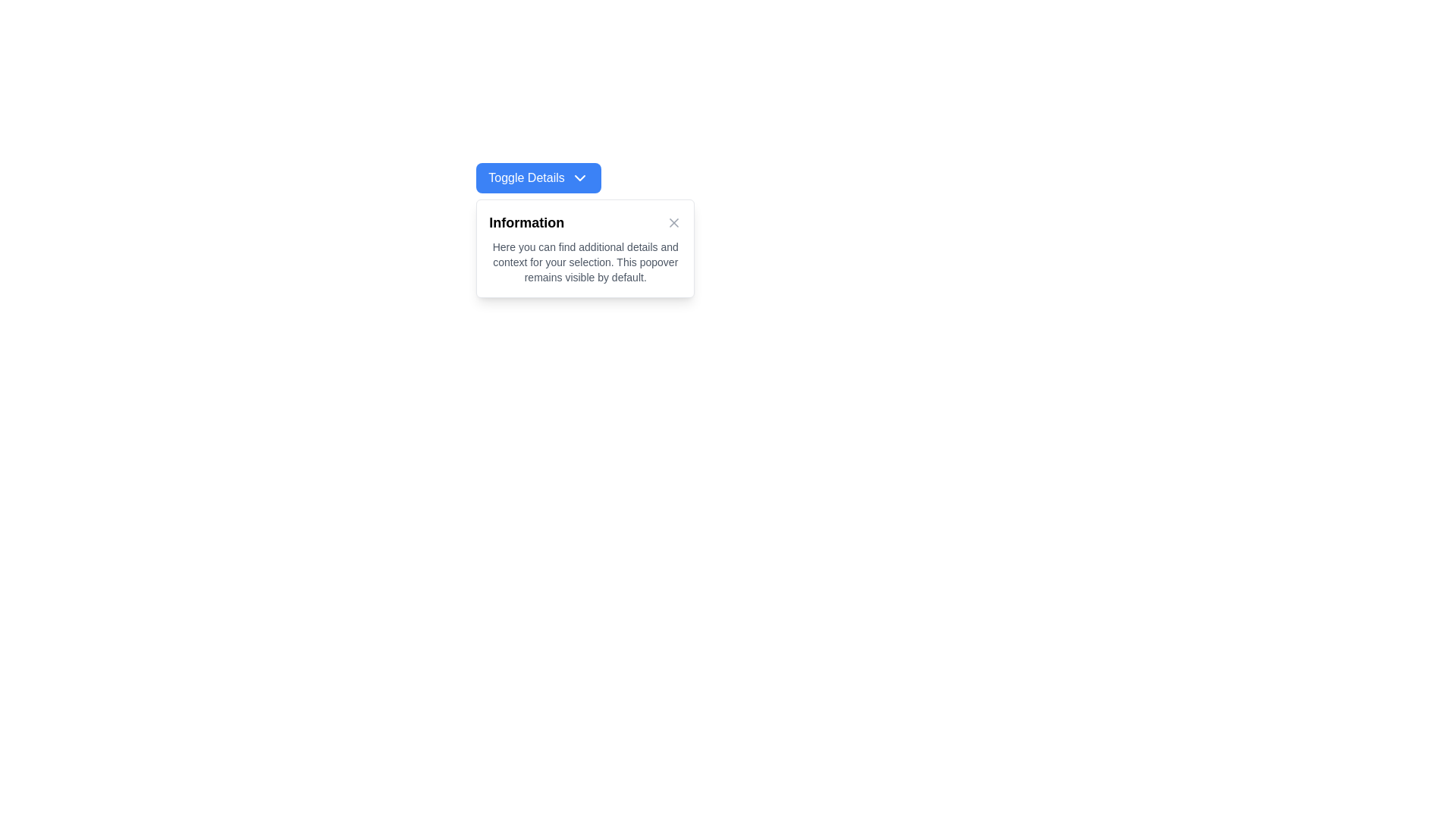 This screenshot has width=1456, height=819. I want to click on displayed text from the white popover with rounded corners and a close button in the top-right corner, positioned below the 'Toggle Details' button, so click(585, 247).